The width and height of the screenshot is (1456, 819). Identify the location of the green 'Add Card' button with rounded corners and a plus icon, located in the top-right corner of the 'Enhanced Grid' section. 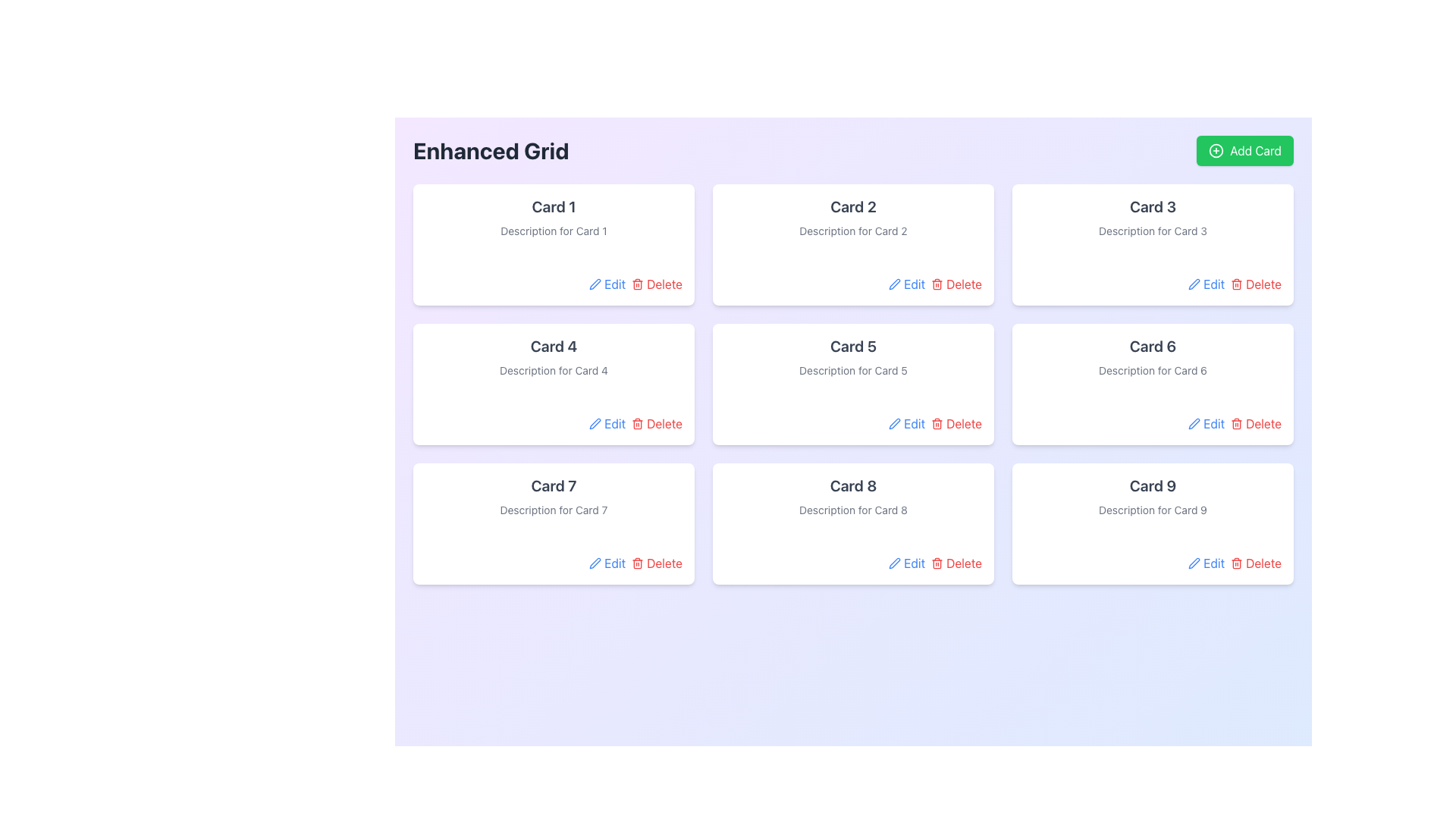
(1244, 151).